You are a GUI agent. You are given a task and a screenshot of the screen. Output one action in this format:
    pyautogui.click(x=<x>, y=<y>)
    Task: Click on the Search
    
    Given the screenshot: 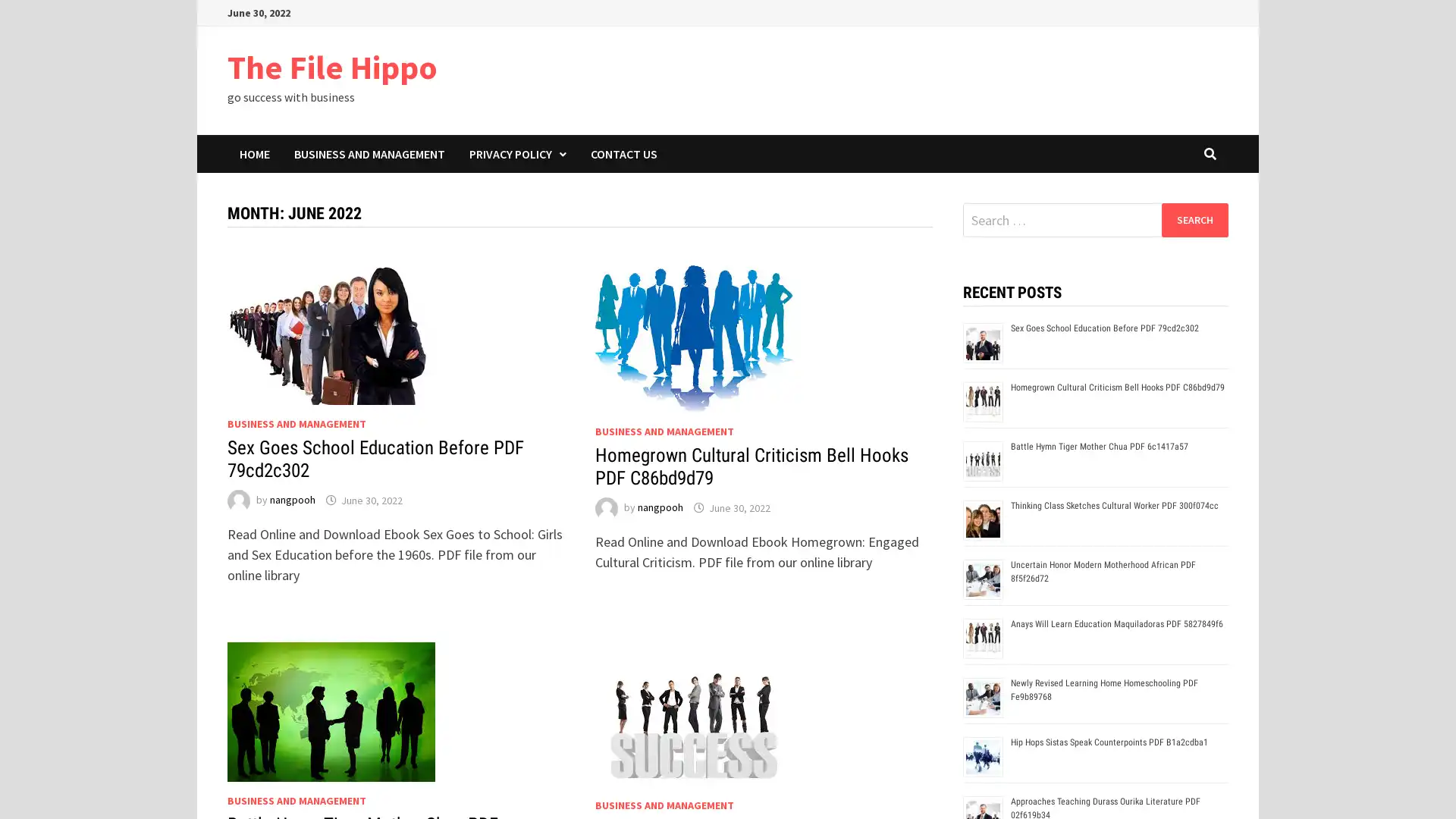 What is the action you would take?
    pyautogui.click(x=1194, y=219)
    